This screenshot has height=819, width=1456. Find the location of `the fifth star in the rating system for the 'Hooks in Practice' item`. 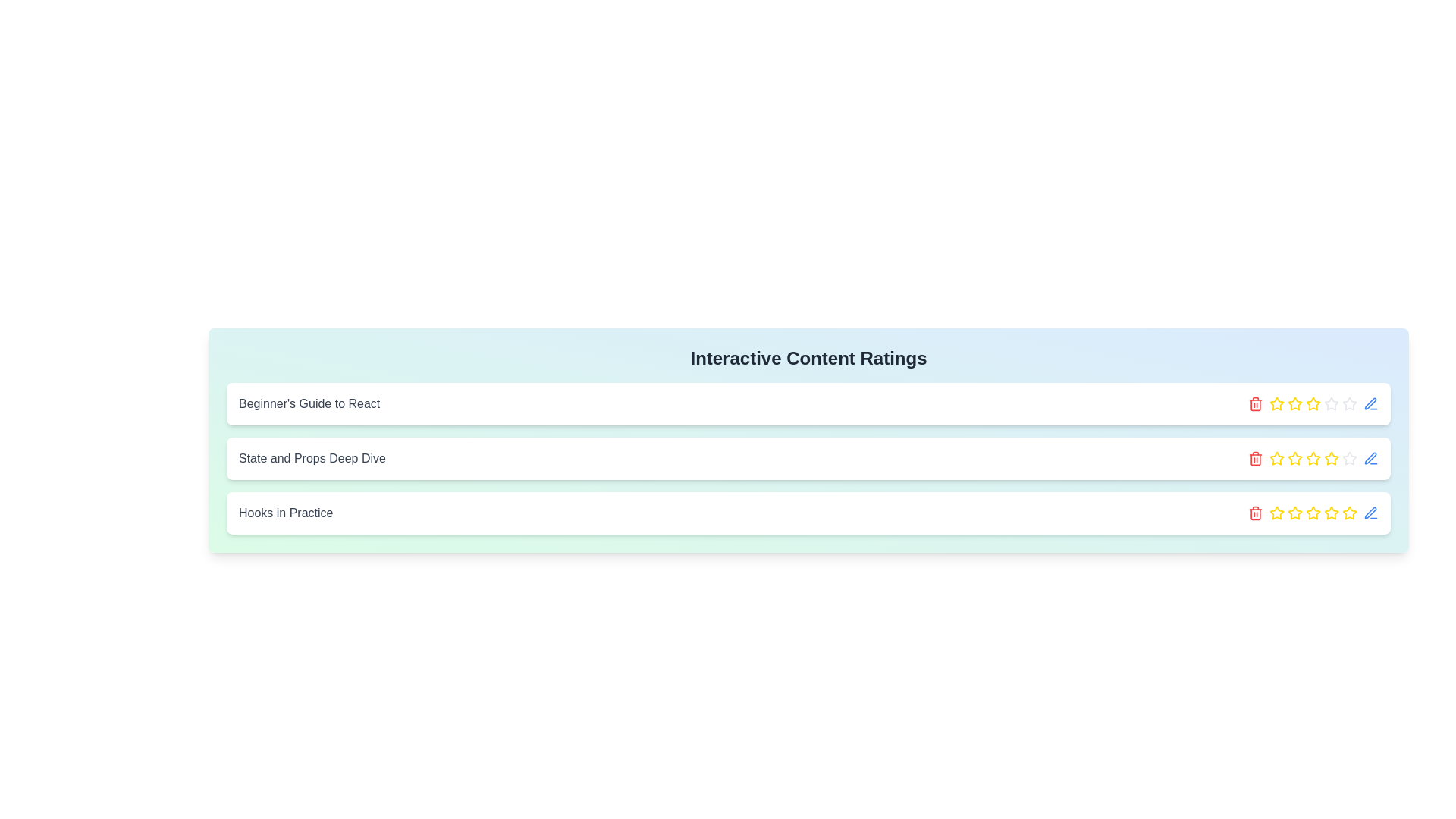

the fifth star in the rating system for the 'Hooks in Practice' item is located at coordinates (1331, 512).